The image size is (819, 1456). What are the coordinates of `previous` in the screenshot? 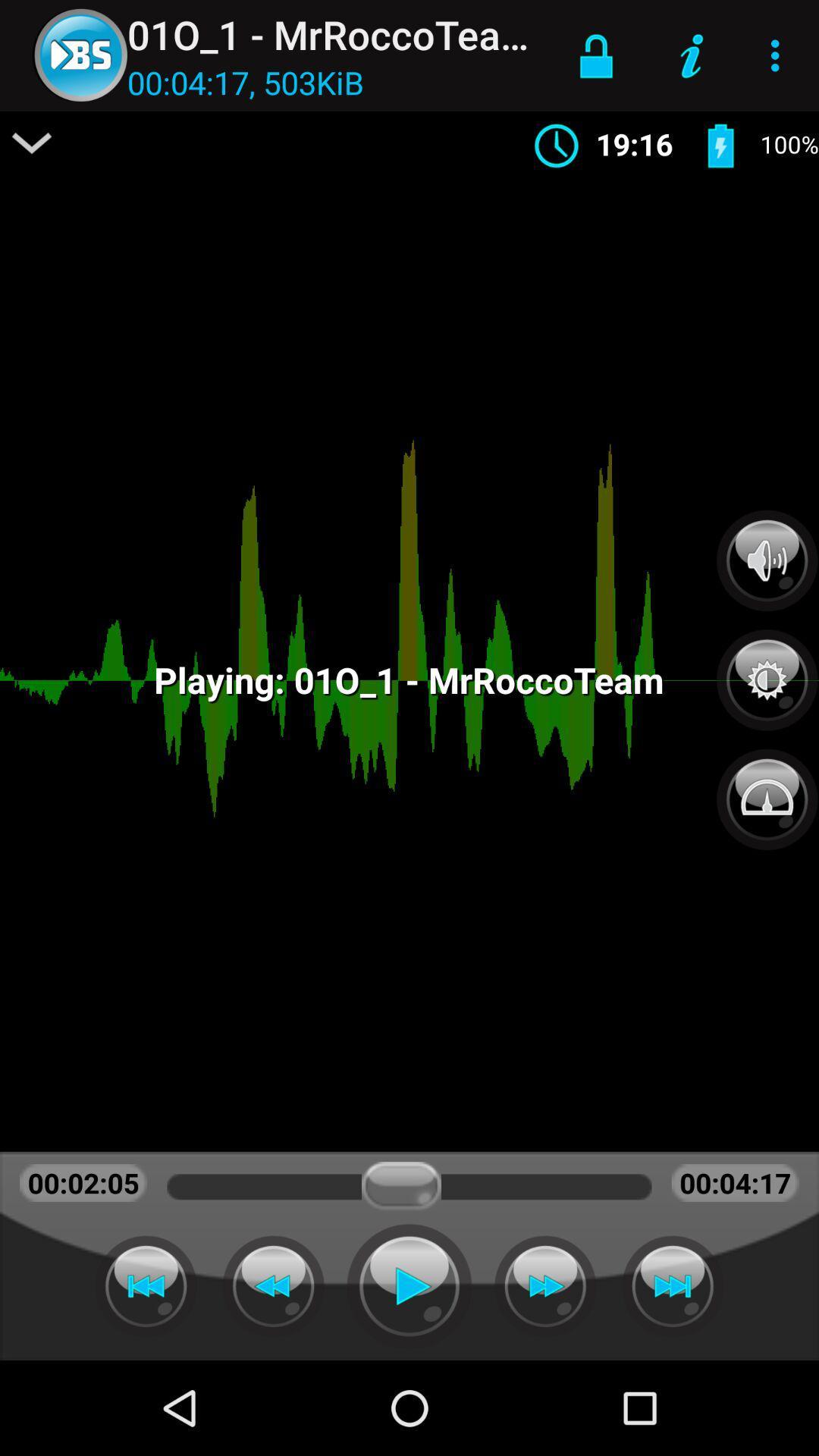 It's located at (146, 1285).